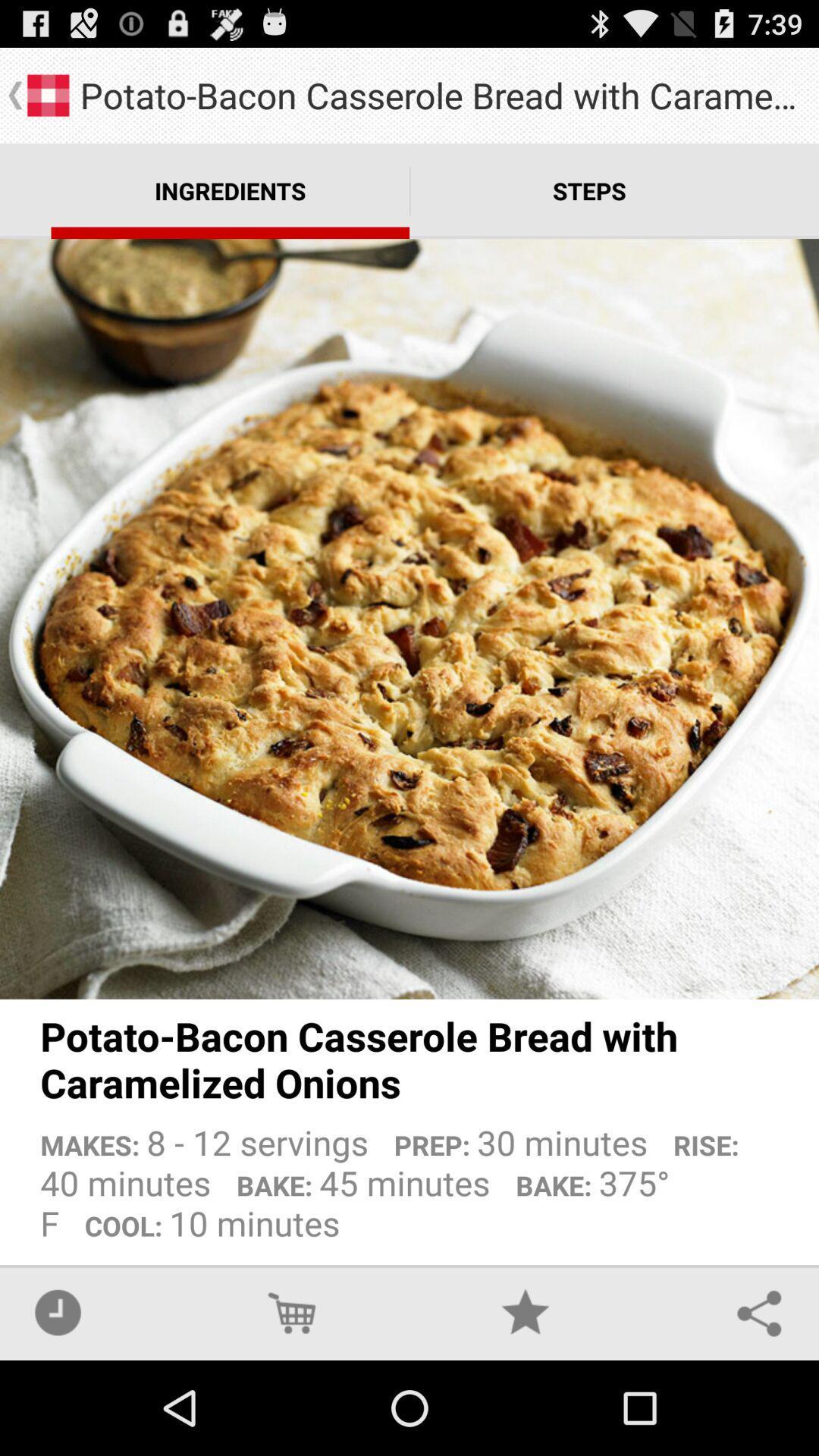 The width and height of the screenshot is (819, 1456). Describe the element at coordinates (292, 1312) in the screenshot. I see `the app below the makes 8 12 item` at that location.